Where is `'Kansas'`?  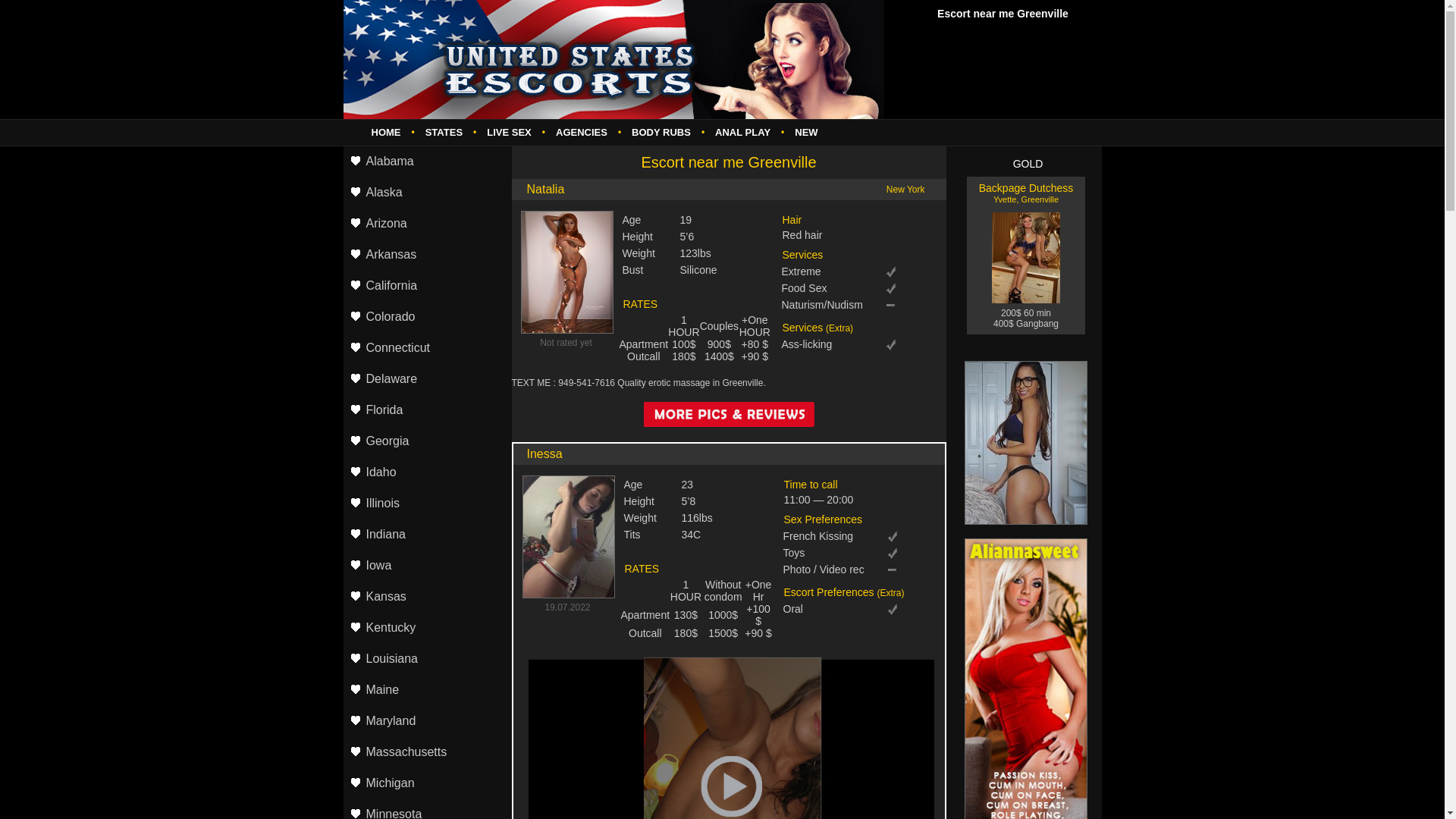
'Kansas' is located at coordinates (425, 596).